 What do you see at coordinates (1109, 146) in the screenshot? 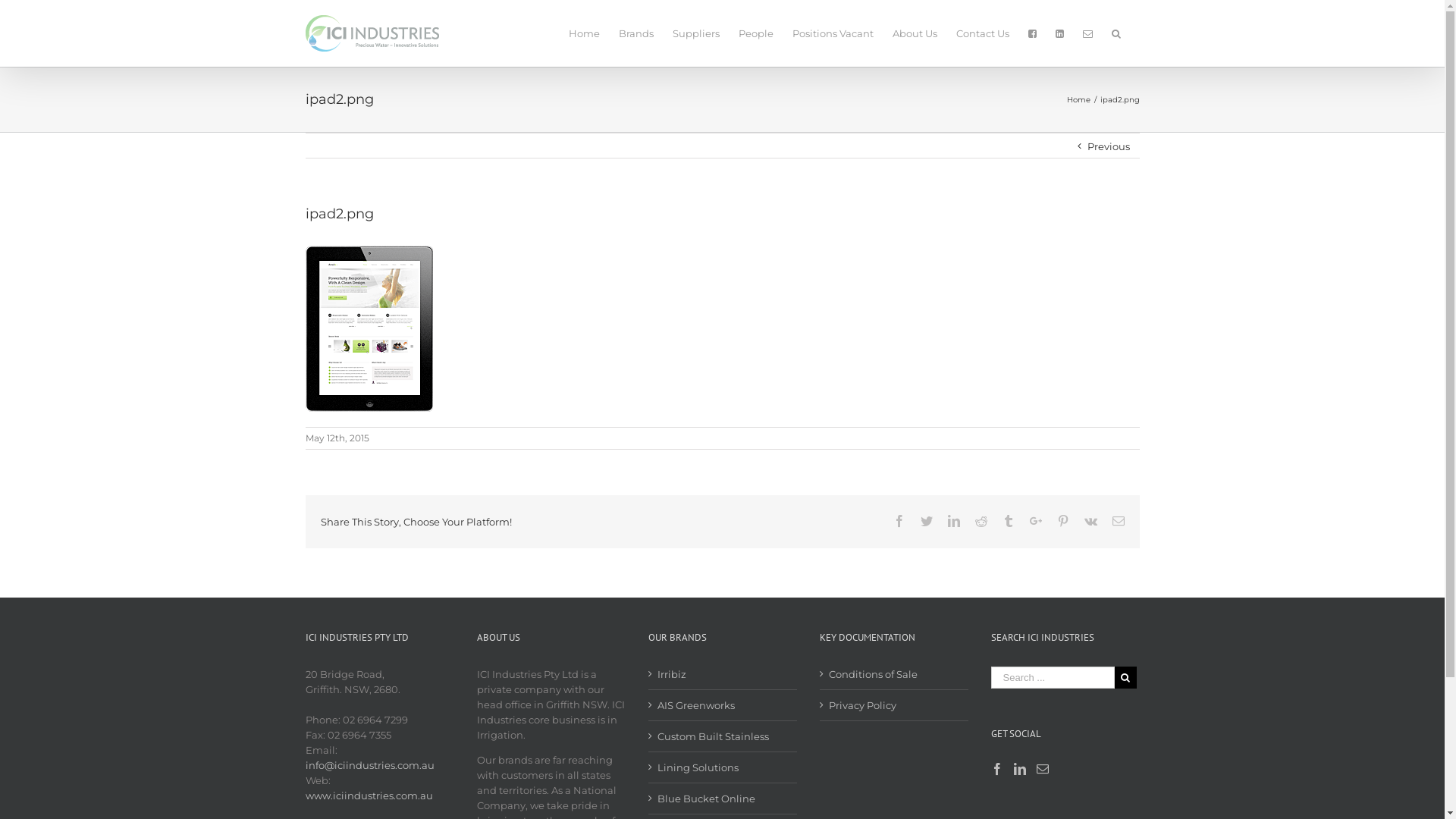
I see `'Previous'` at bounding box center [1109, 146].